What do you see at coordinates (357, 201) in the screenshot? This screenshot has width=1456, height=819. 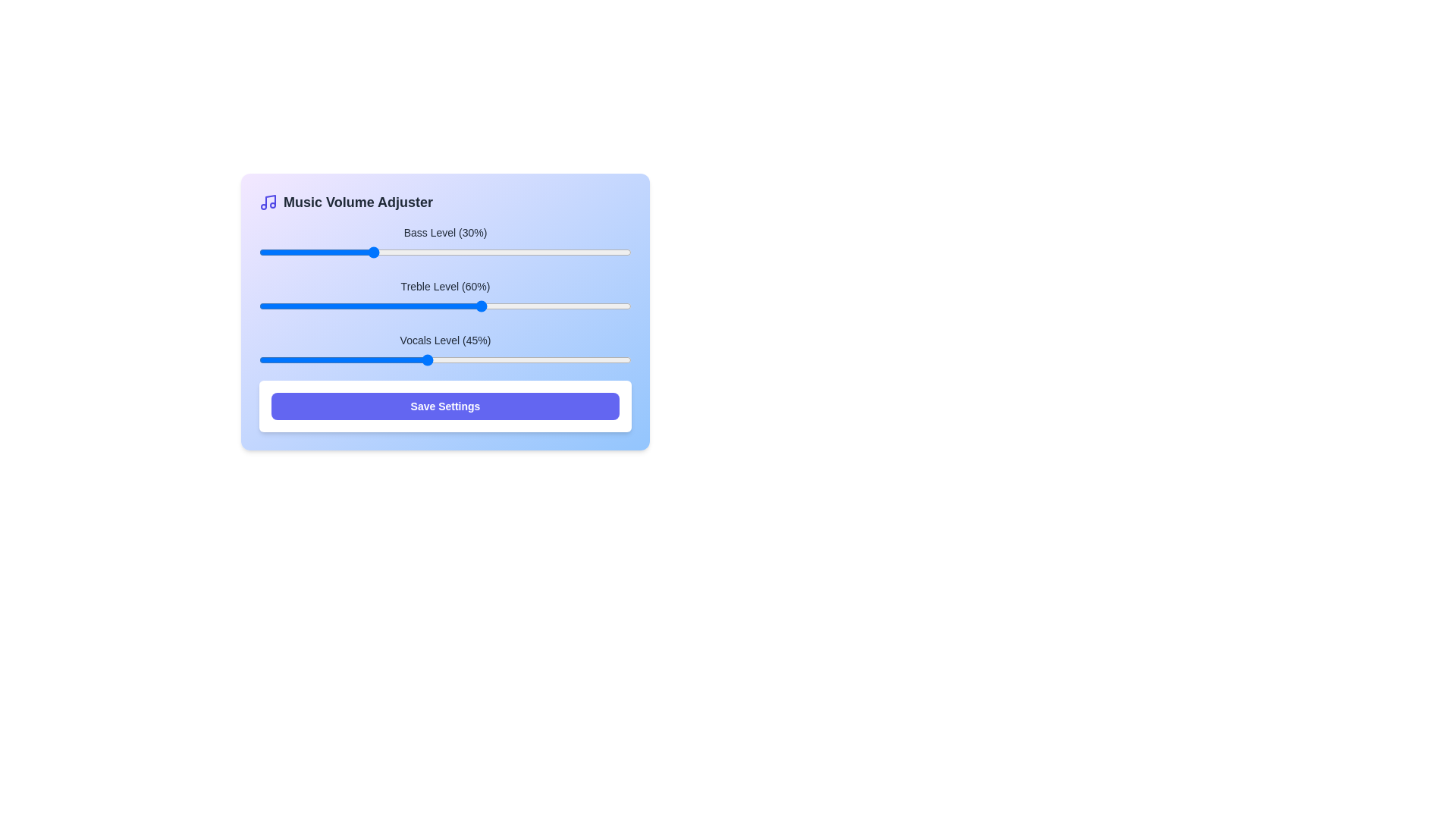 I see `the 'Music Volume Adjuster' text element, which is styled in bold dark gray and positioned at the top of the interface, if it is interactive` at bounding box center [357, 201].